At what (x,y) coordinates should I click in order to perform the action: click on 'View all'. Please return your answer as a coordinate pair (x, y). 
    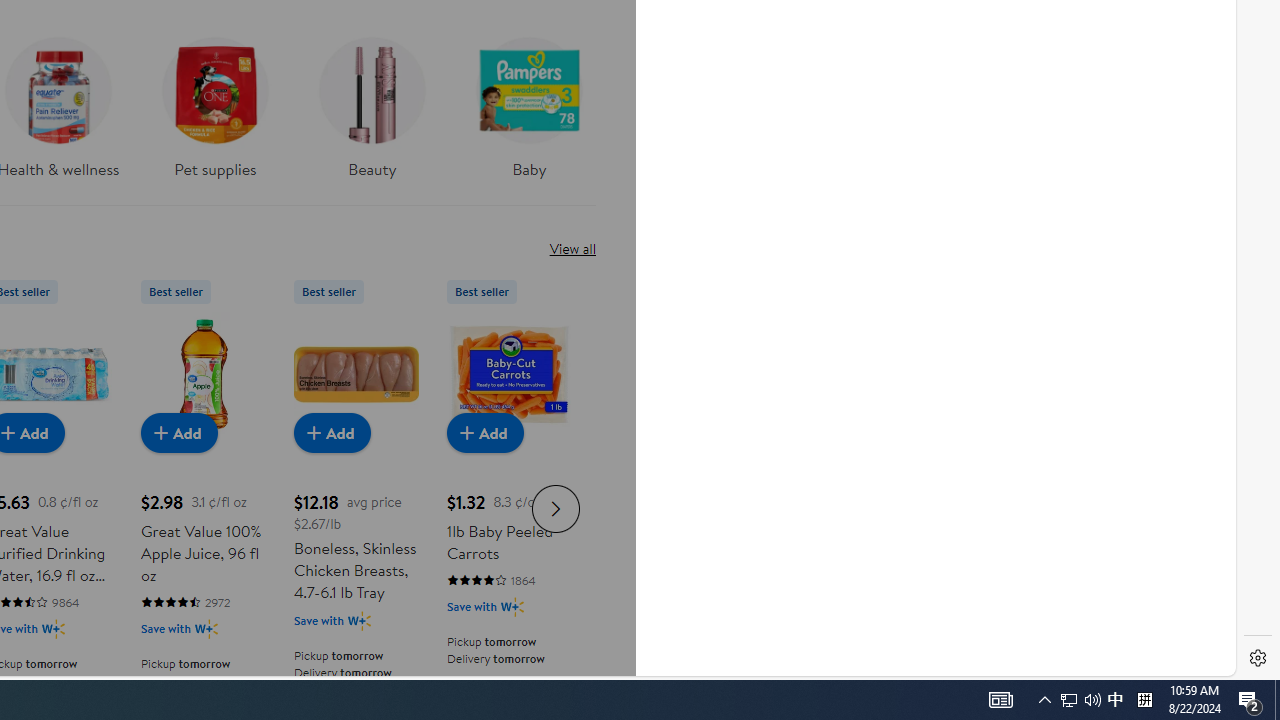
    Looking at the image, I should click on (571, 247).